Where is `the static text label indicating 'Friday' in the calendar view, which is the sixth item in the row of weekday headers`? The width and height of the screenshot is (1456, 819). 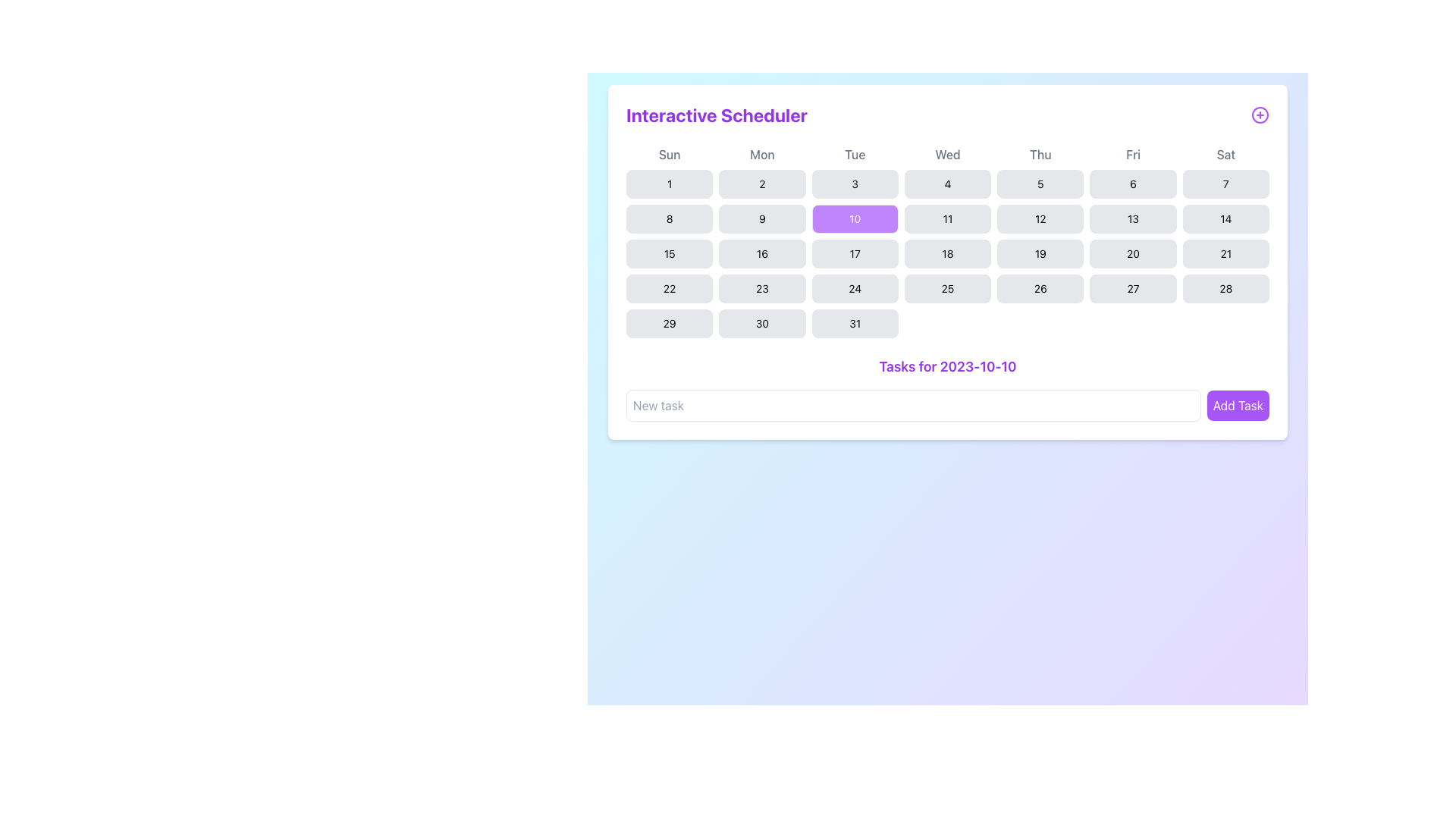
the static text label indicating 'Friday' in the calendar view, which is the sixth item in the row of weekday headers is located at coordinates (1133, 155).